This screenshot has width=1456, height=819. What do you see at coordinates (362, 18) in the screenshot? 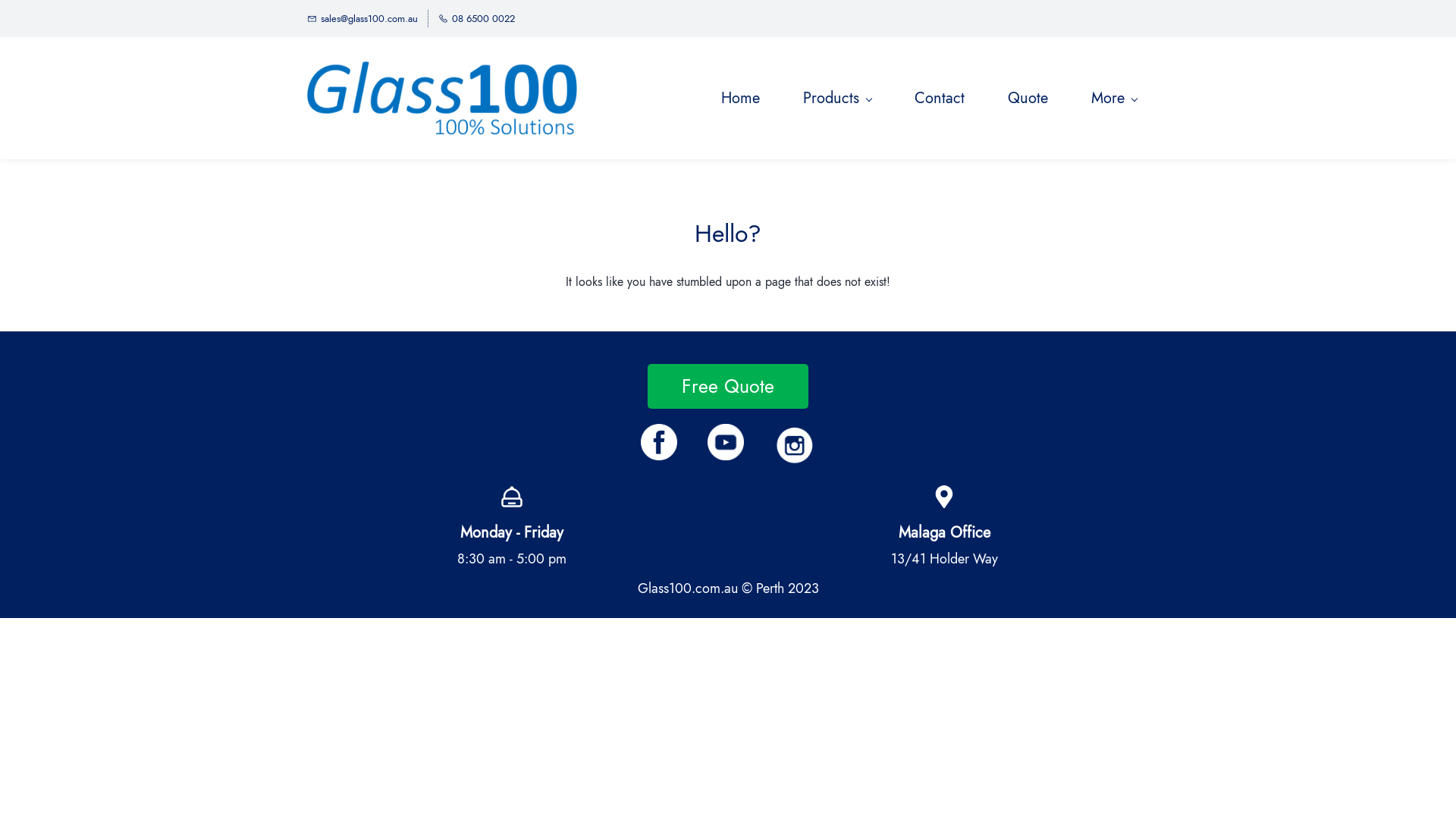
I see `'sales@glass100.com.au'` at bounding box center [362, 18].